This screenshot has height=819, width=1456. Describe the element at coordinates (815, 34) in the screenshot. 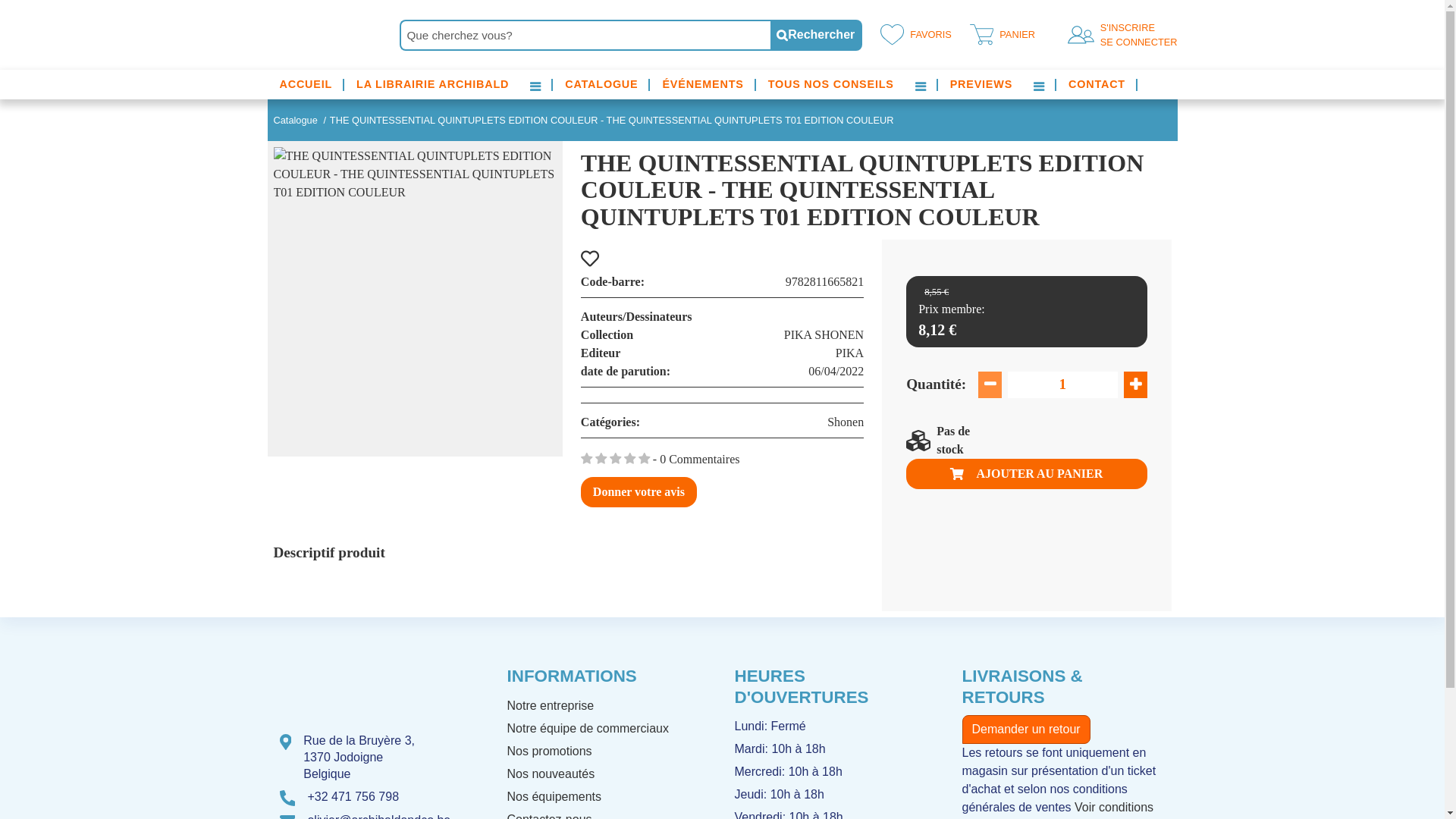

I see `'Rechercher'` at that location.